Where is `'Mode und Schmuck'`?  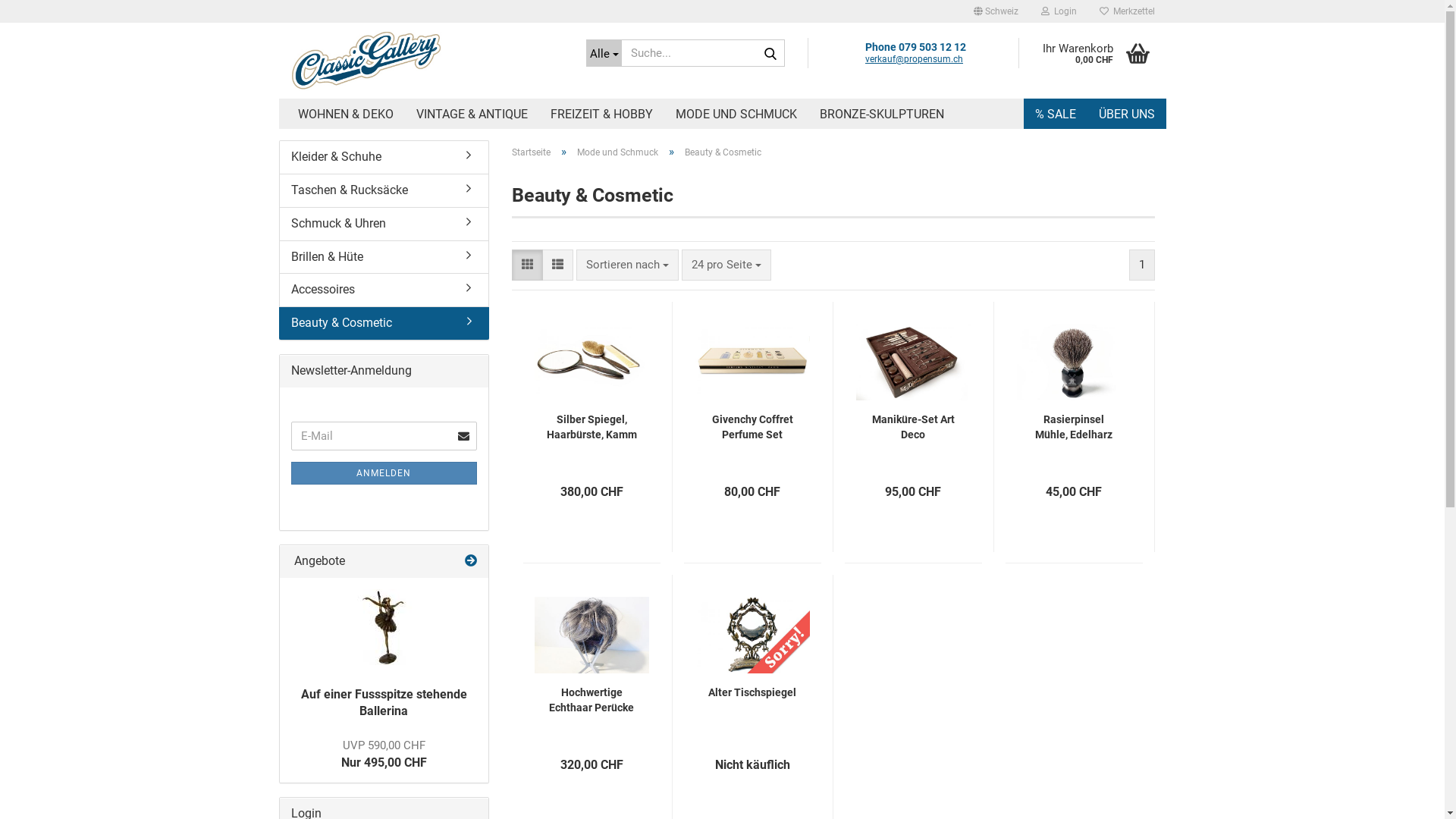
'Mode und Schmuck' is located at coordinates (576, 152).